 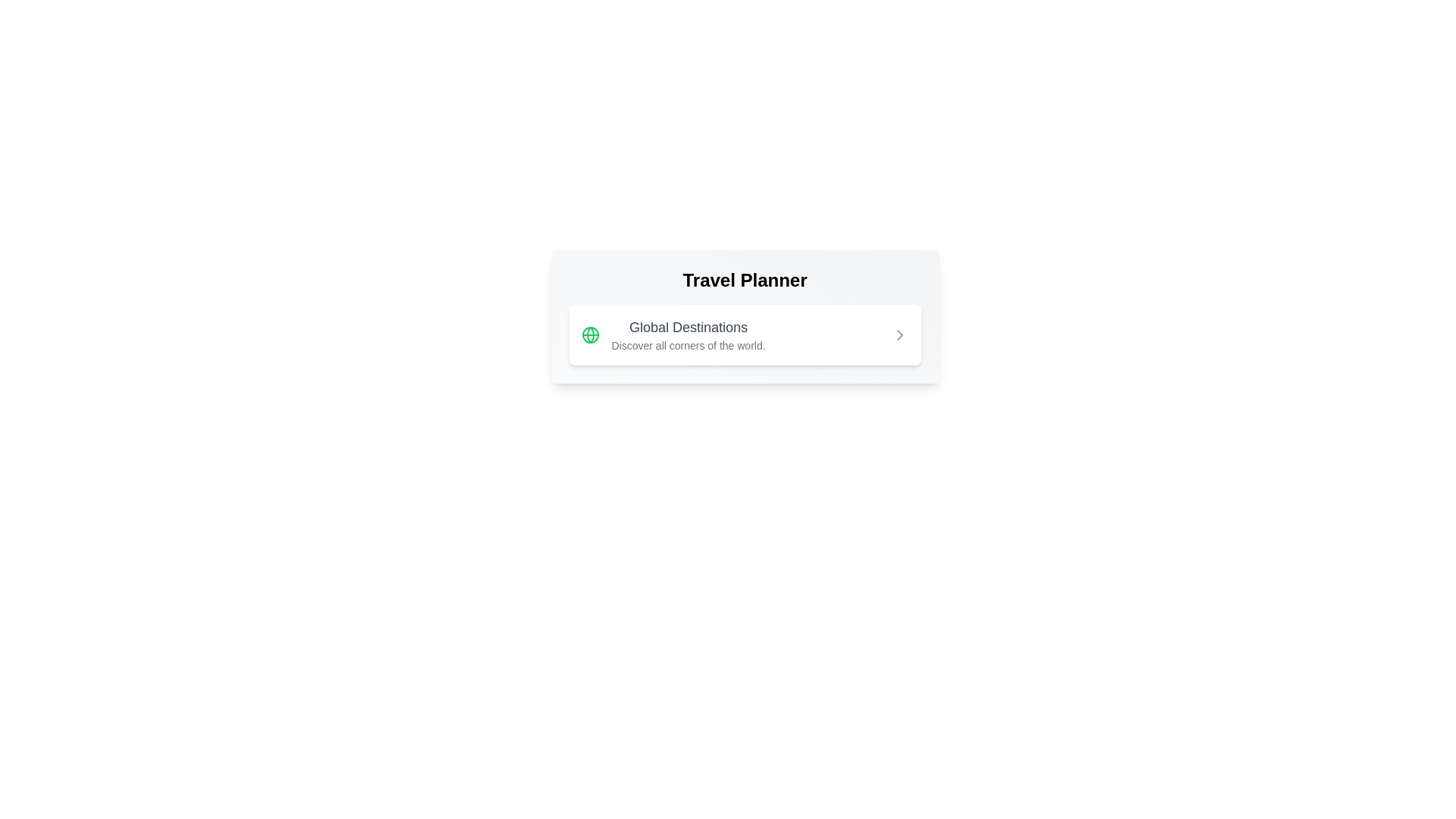 I want to click on the descriptive text label providing context for 'Global Destinations' located directly below the title and slightly to the right of the globe icon, so click(x=687, y=345).